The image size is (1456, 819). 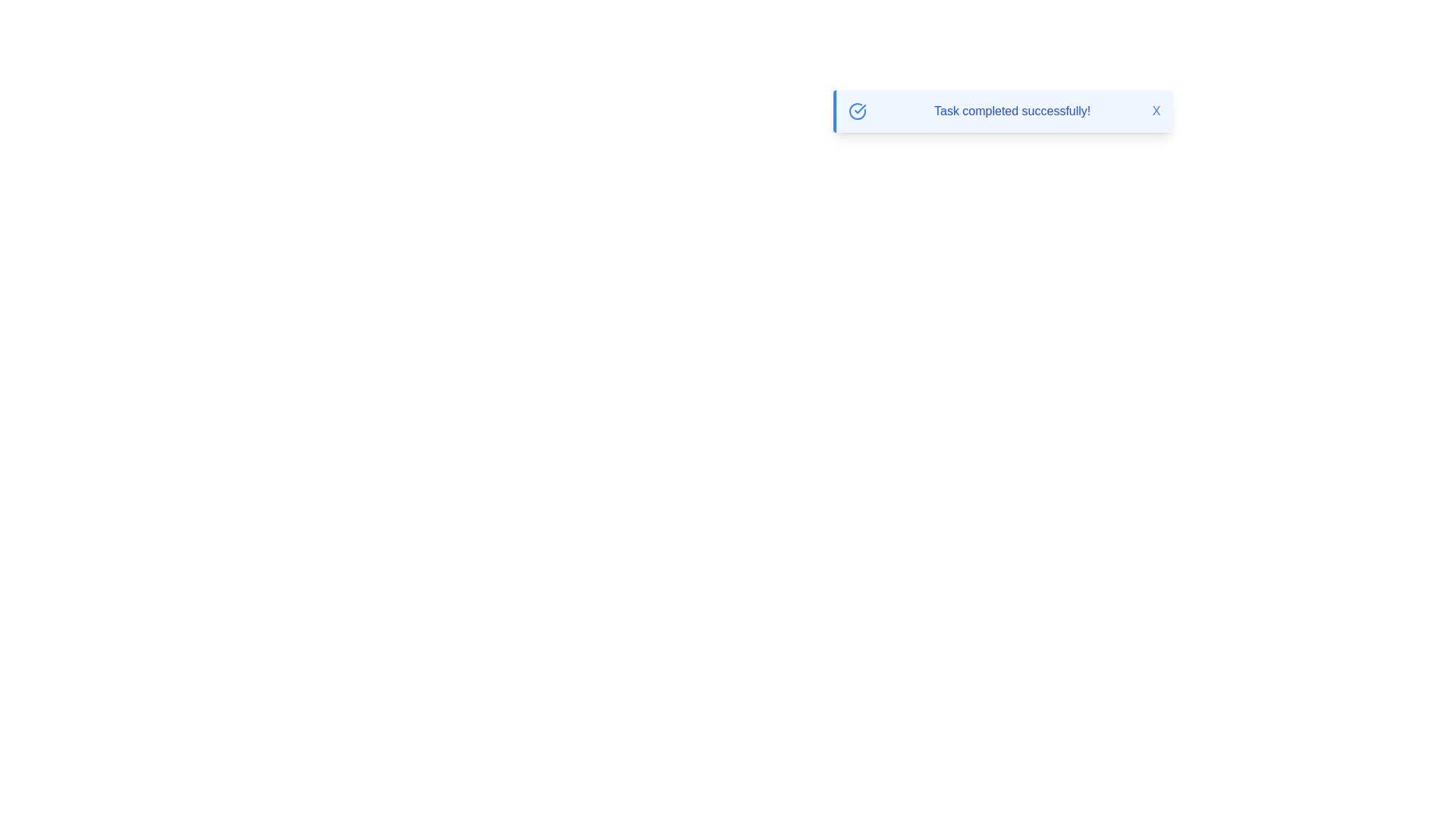 What do you see at coordinates (1156, 110) in the screenshot?
I see `the close button to observe its hover effects` at bounding box center [1156, 110].